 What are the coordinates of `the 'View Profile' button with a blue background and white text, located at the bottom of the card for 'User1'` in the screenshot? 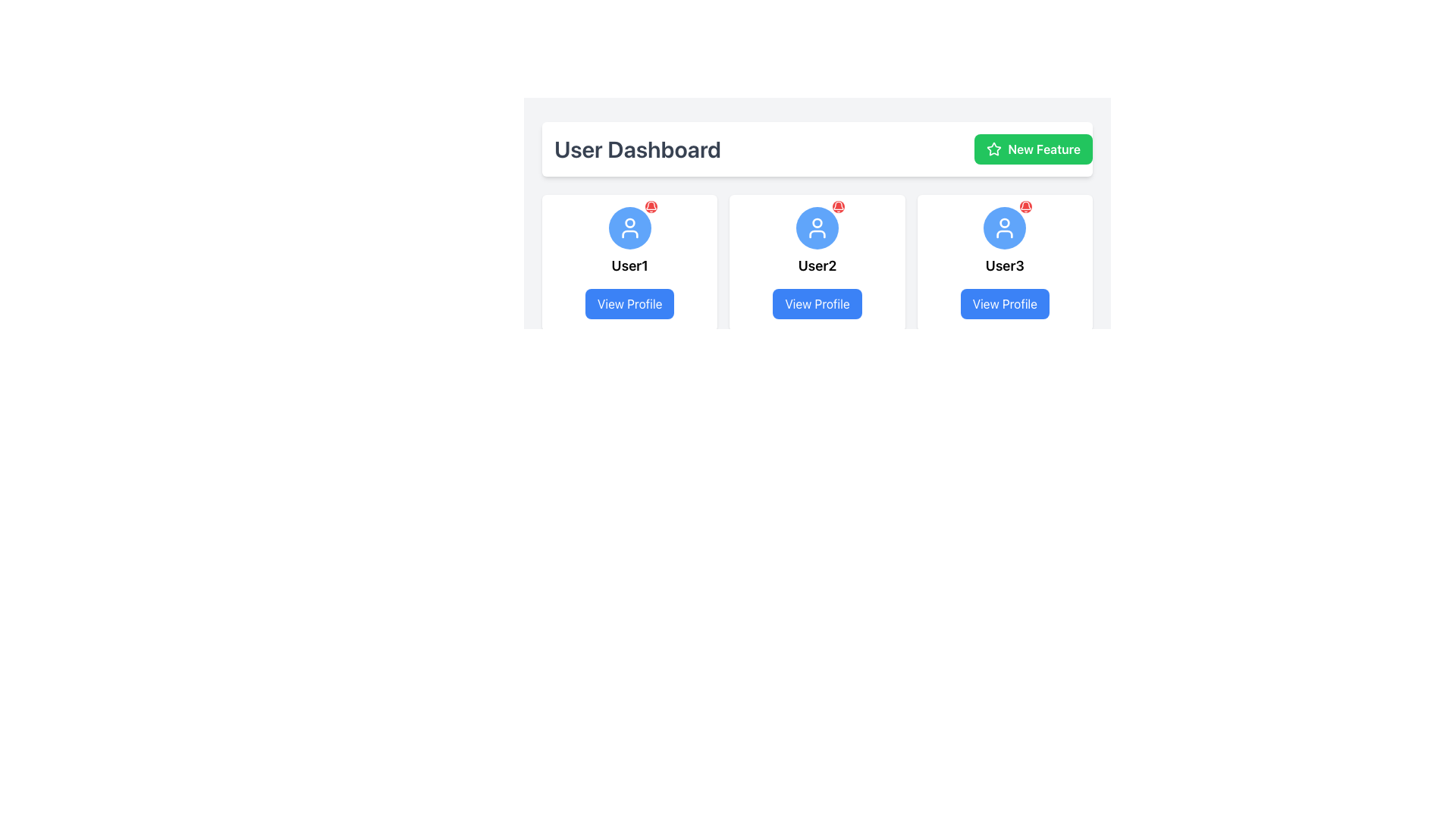 It's located at (629, 304).